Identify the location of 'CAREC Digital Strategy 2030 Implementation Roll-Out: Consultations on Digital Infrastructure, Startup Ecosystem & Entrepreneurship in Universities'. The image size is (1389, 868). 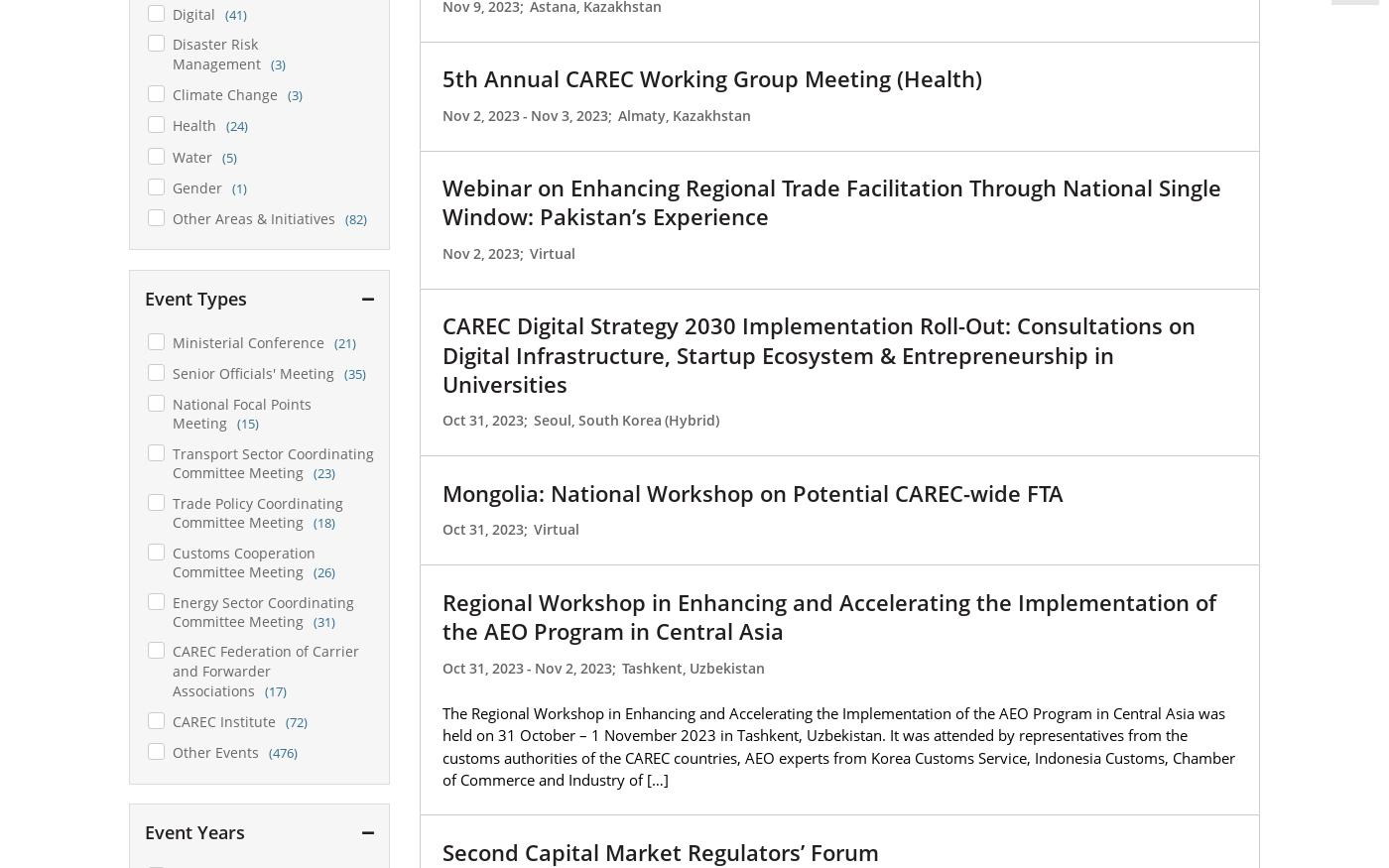
(819, 354).